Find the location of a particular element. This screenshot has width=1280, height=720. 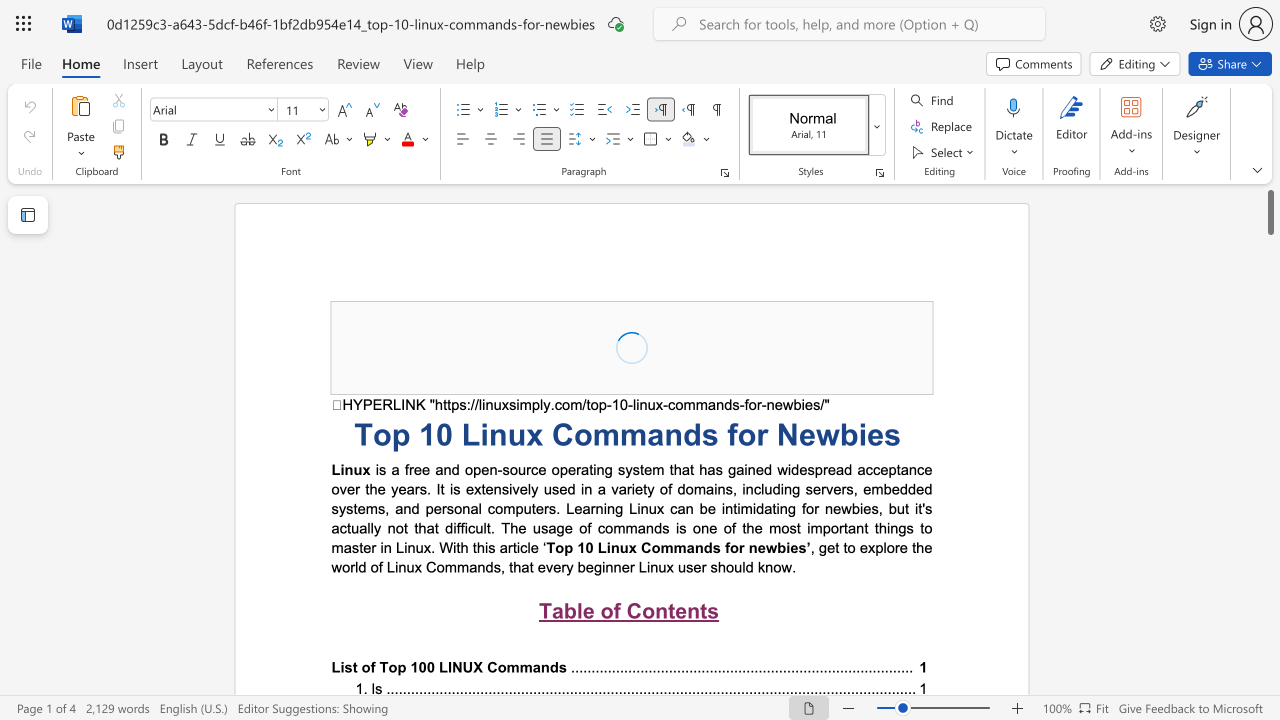

the scrollbar to move the page downward is located at coordinates (1269, 490).